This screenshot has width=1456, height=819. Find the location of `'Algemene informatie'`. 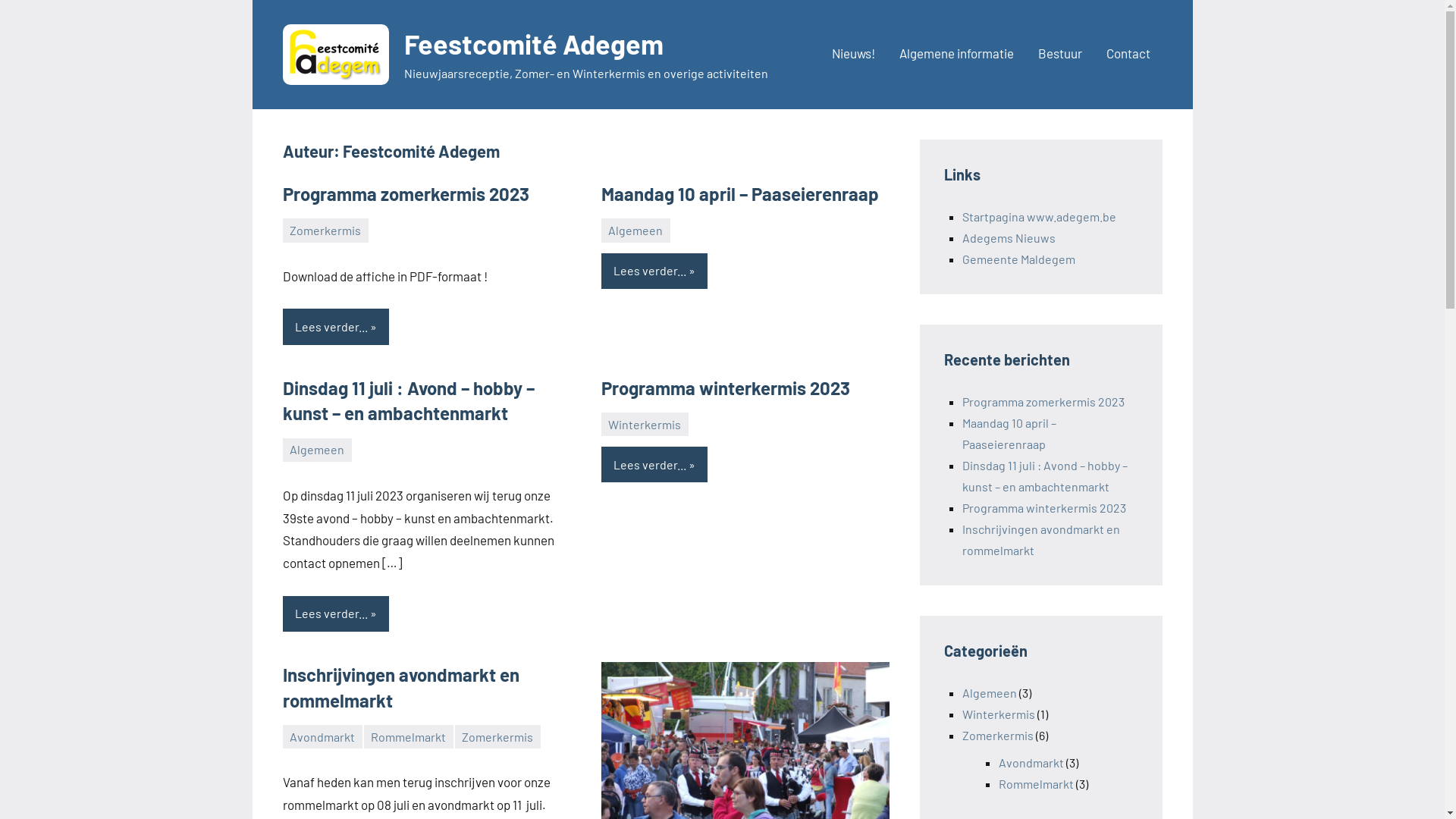

'Algemene informatie' is located at coordinates (955, 53).